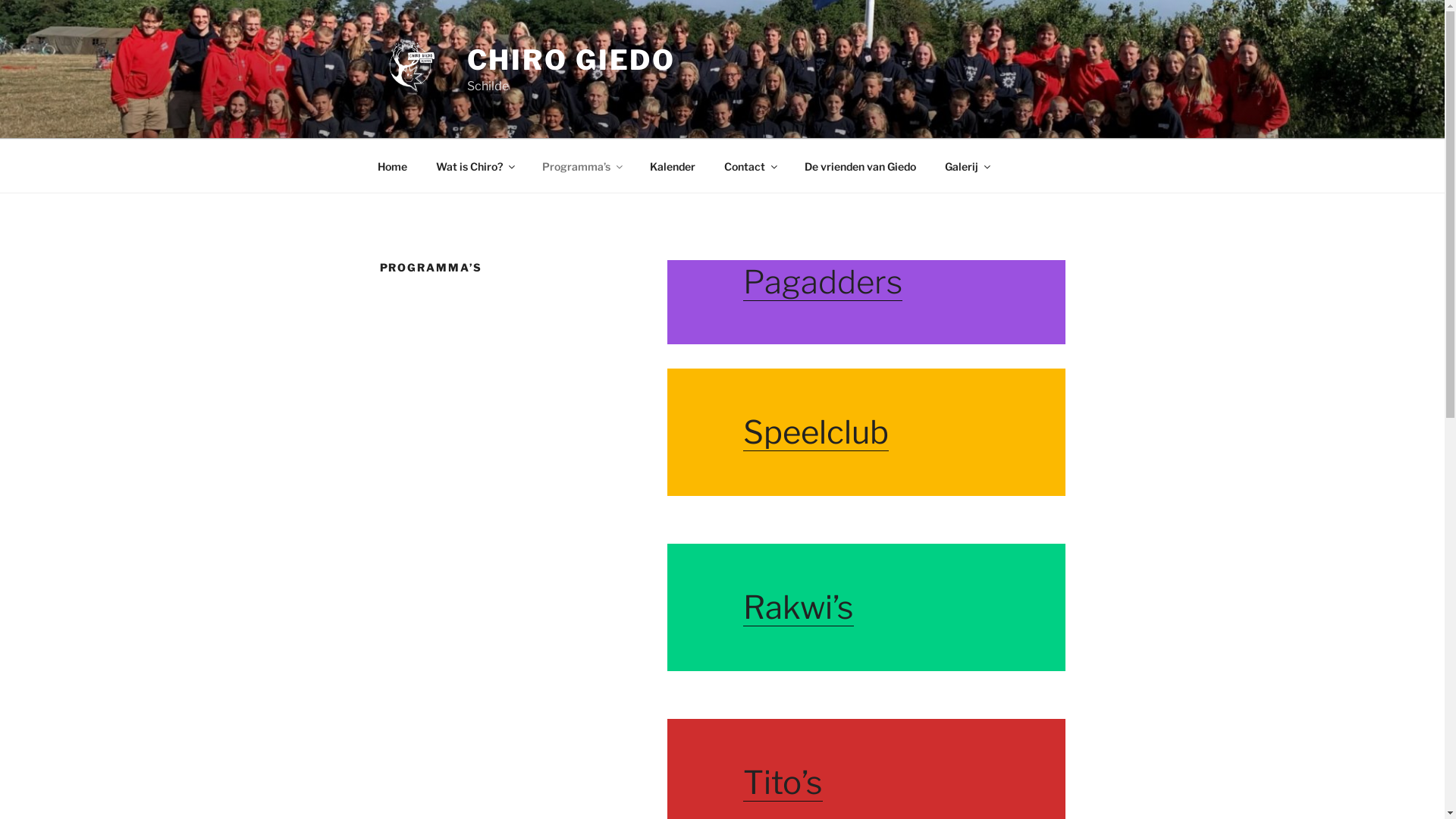 This screenshot has height=819, width=1456. What do you see at coordinates (965, 165) in the screenshot?
I see `'Galerij'` at bounding box center [965, 165].